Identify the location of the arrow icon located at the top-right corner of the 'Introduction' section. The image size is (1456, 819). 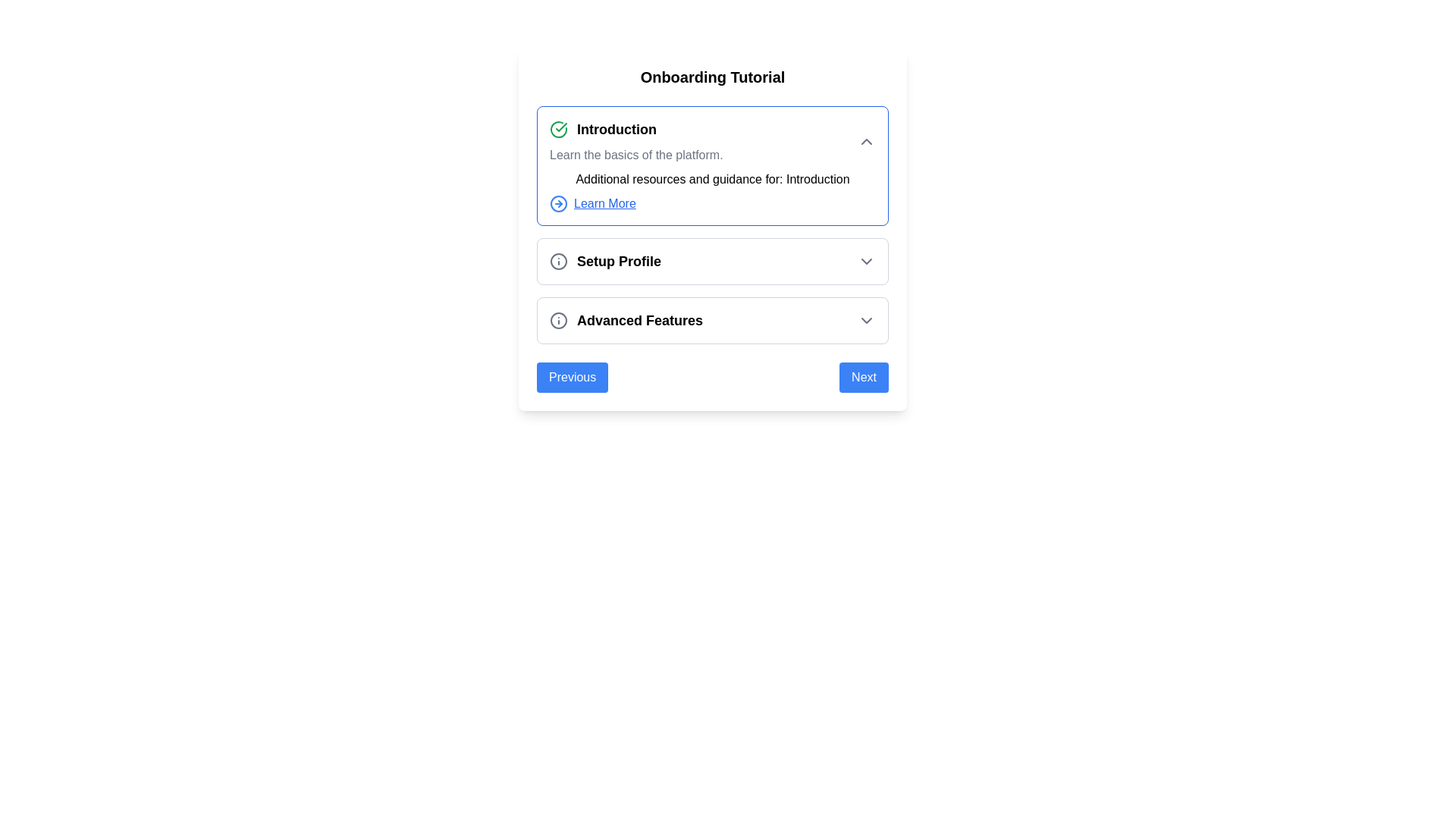
(866, 141).